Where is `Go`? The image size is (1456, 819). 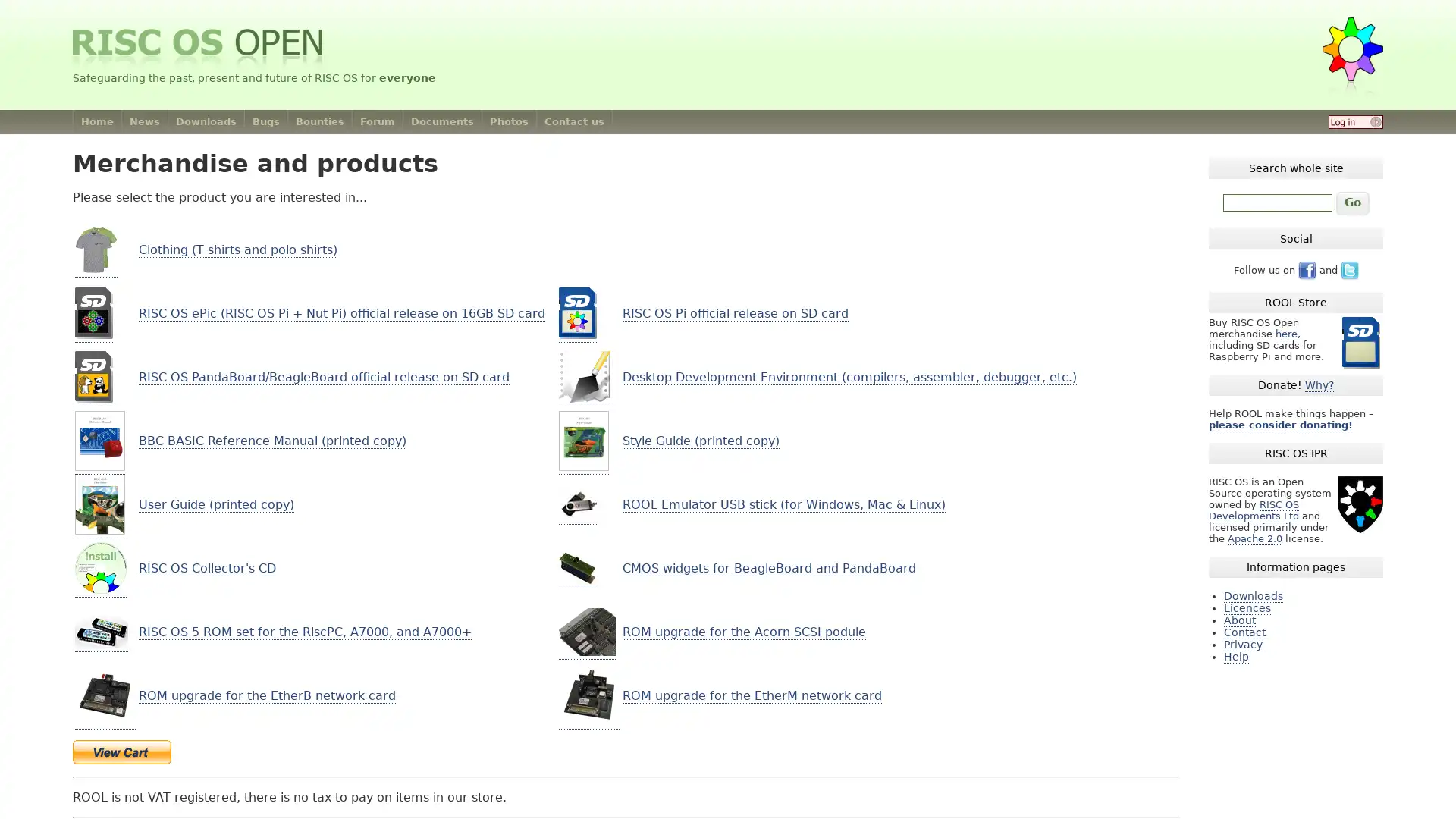
Go is located at coordinates (1351, 202).